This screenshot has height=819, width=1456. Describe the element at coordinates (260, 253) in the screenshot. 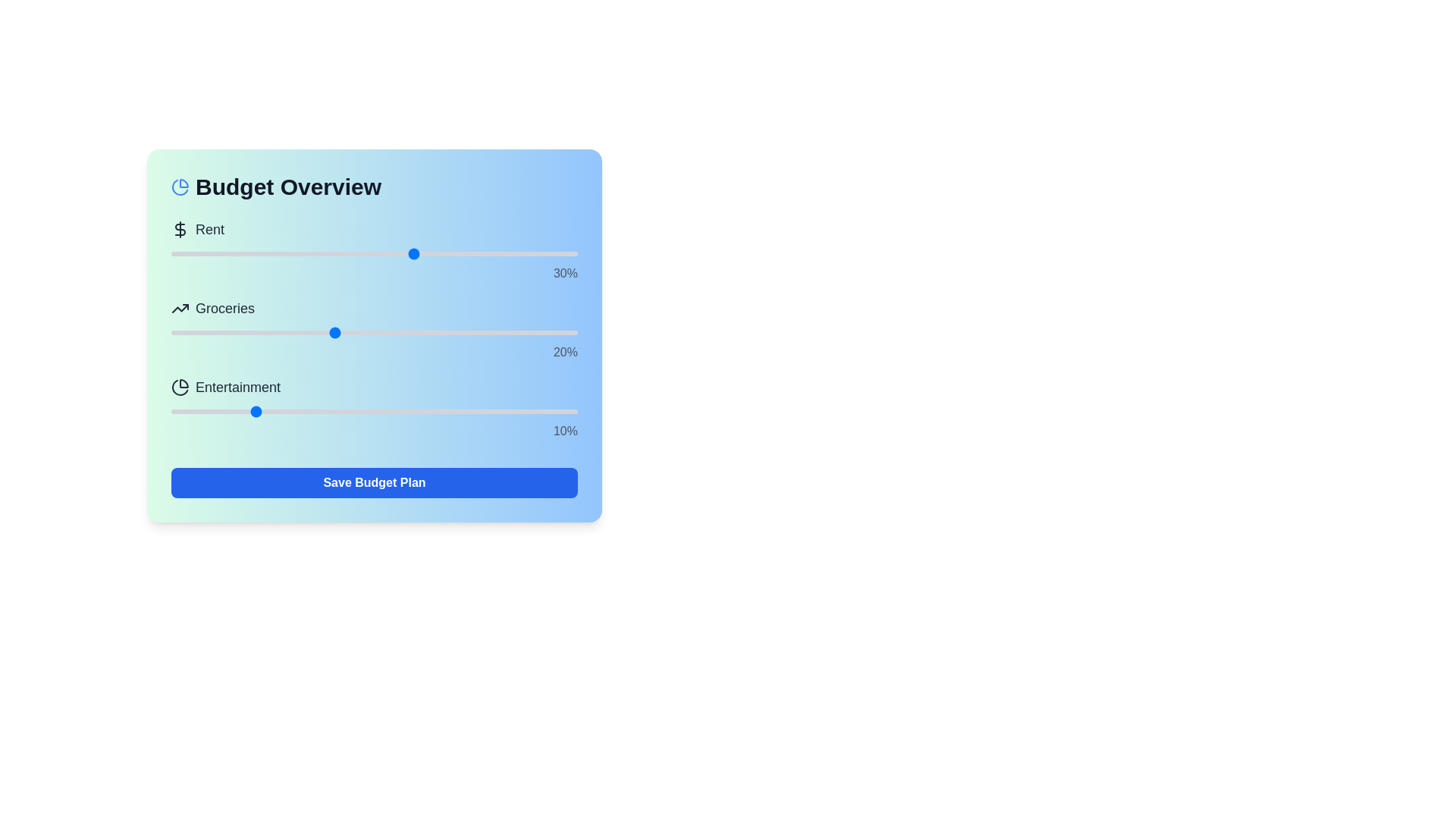

I see `the Rent budget allocation` at that location.